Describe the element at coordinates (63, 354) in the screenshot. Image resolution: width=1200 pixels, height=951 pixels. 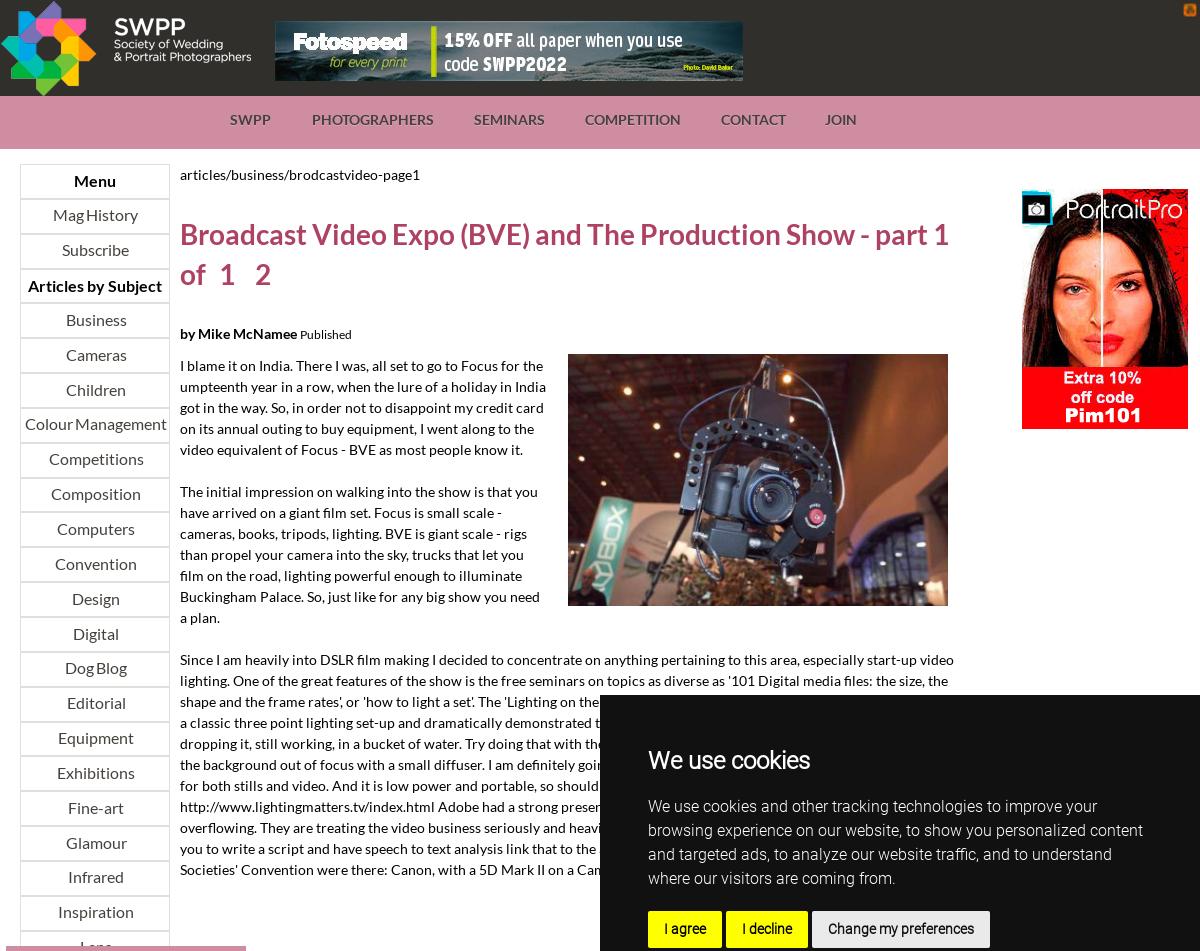
I see `'Cameras'` at that location.